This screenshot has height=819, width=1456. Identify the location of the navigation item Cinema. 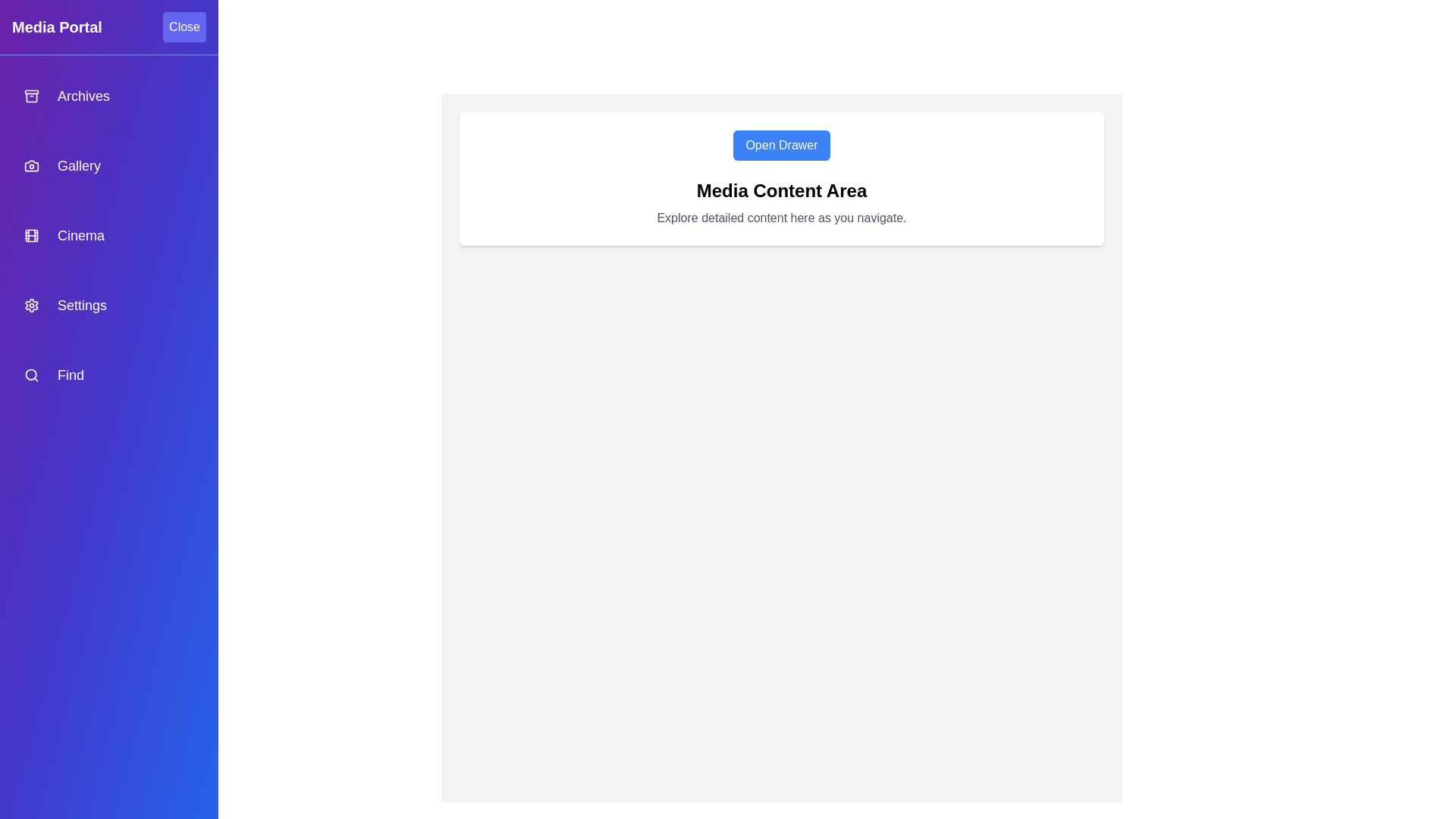
(108, 236).